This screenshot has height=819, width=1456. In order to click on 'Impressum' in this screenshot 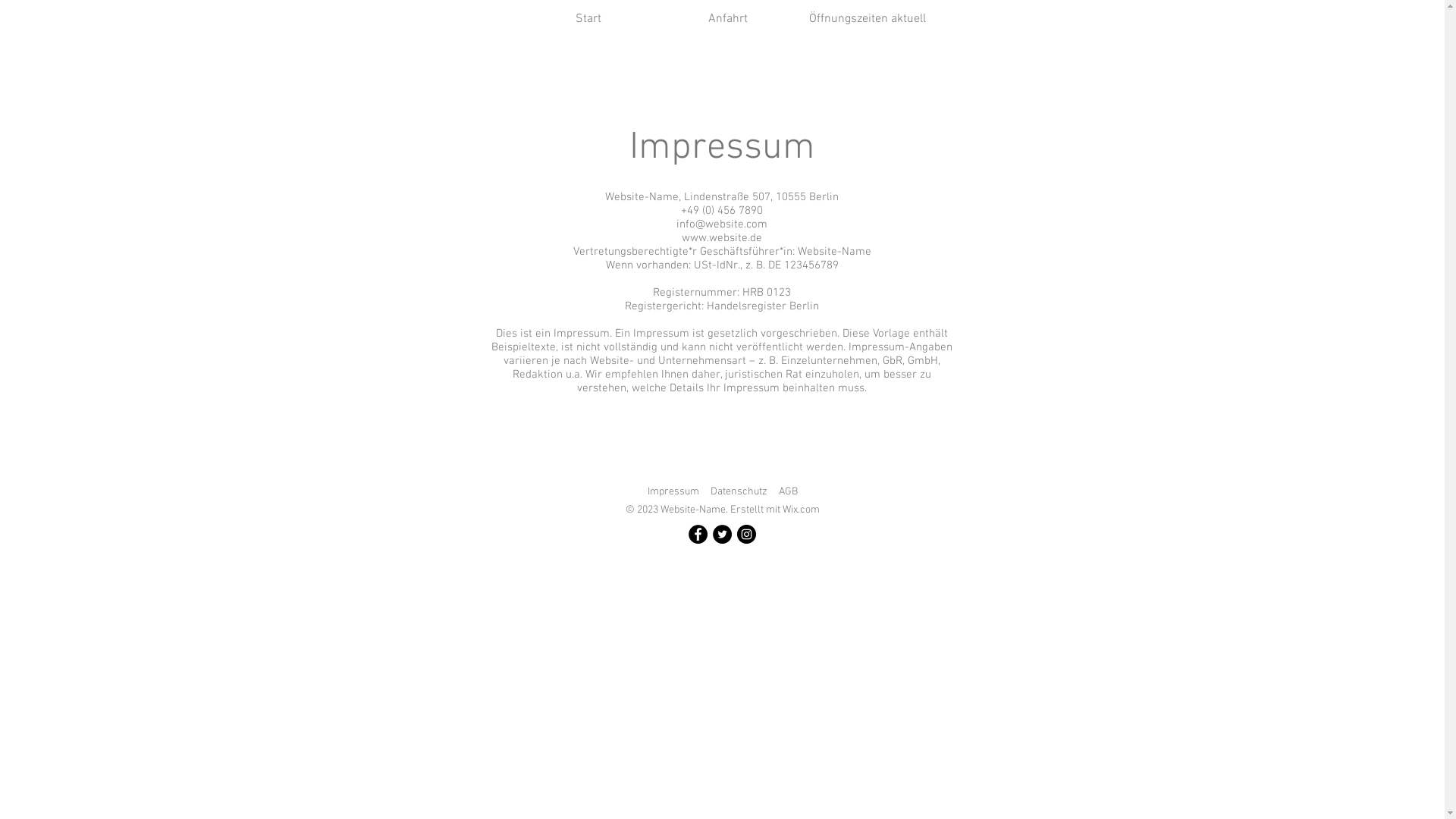, I will do `click(673, 491)`.